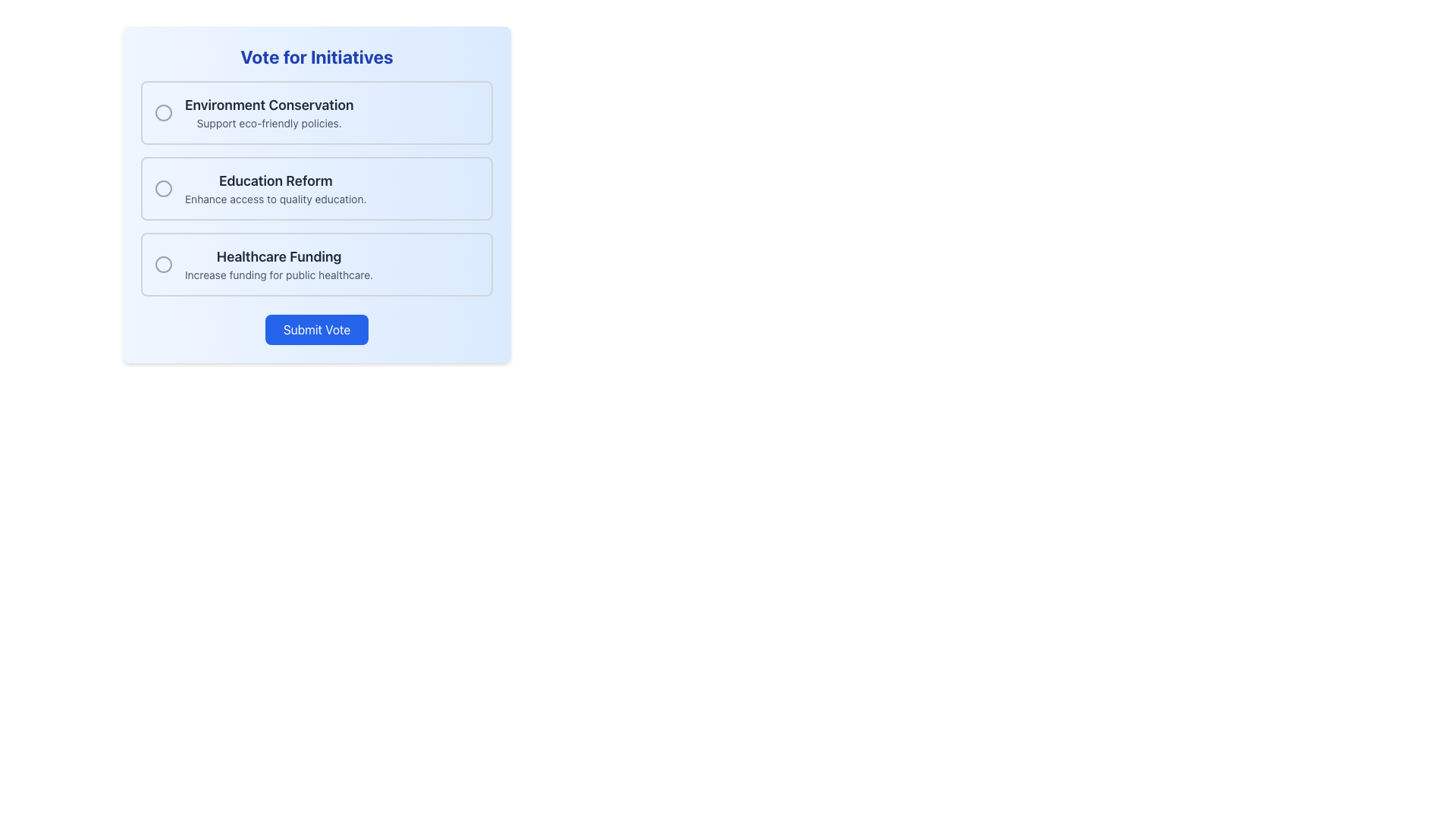 Image resolution: width=1456 pixels, height=819 pixels. What do you see at coordinates (279, 263) in the screenshot?
I see `the text element providing the title and explanation for the 'Healthcare Funding' initiative, located in the third item of the list, positioned between 'Education Reform' and the 'Submit Vote' button` at bounding box center [279, 263].